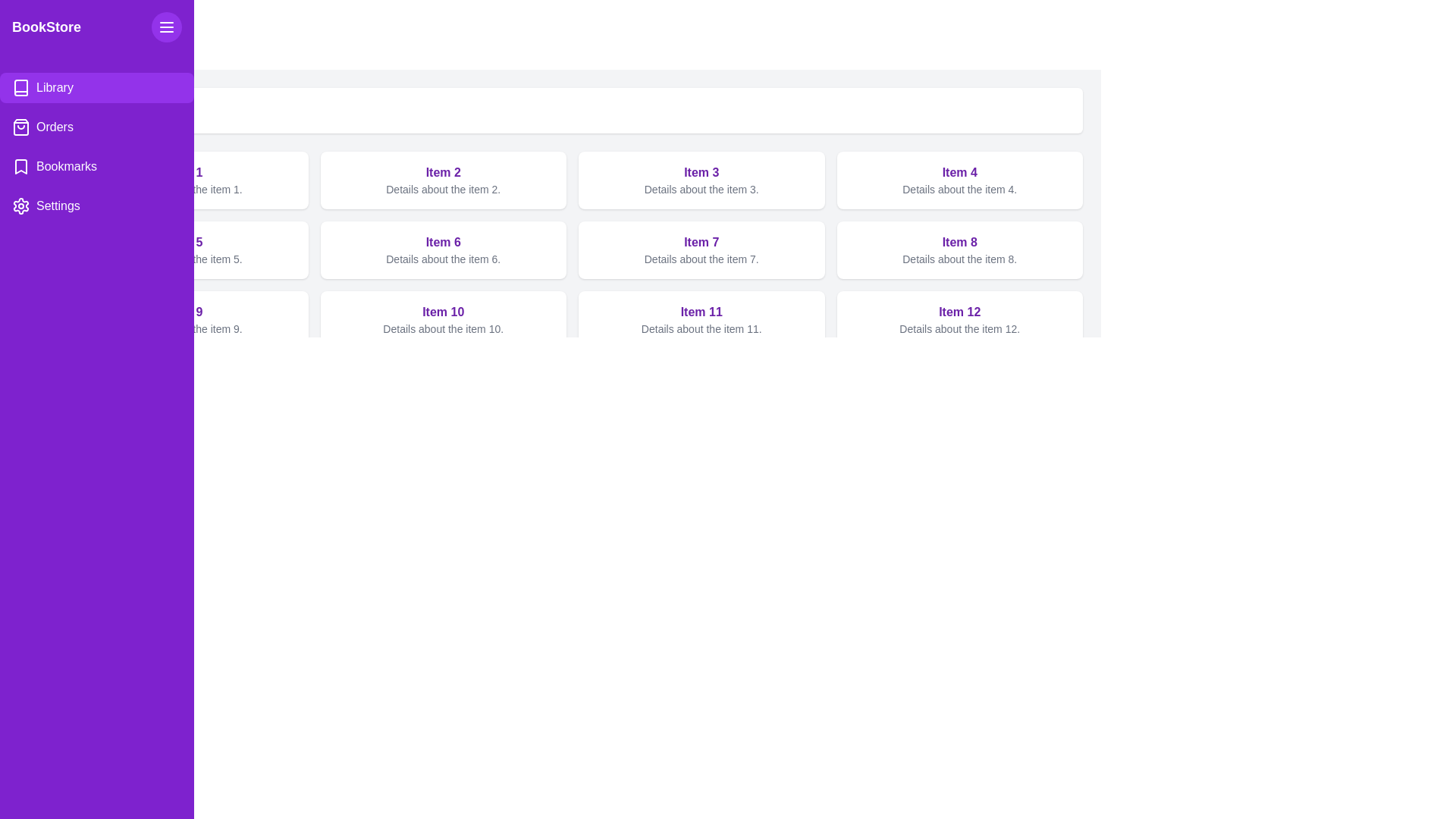  Describe the element at coordinates (442, 312) in the screenshot. I see `the text label 'Item 10' which is styled with a bold purple font and positioned within the bottom row of a grid layout` at that location.